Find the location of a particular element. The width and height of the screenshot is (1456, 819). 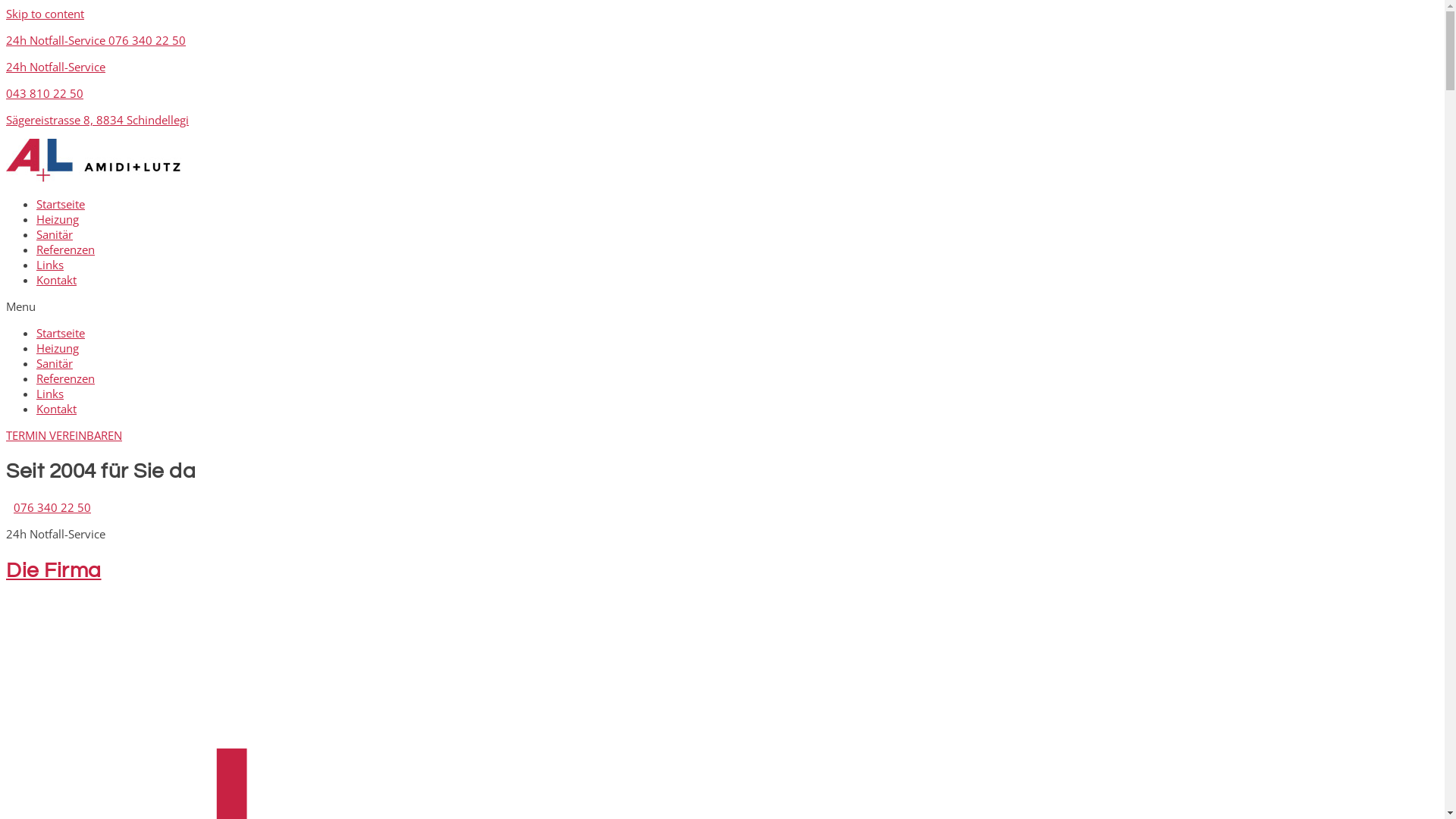

'Heizung' is located at coordinates (58, 348).